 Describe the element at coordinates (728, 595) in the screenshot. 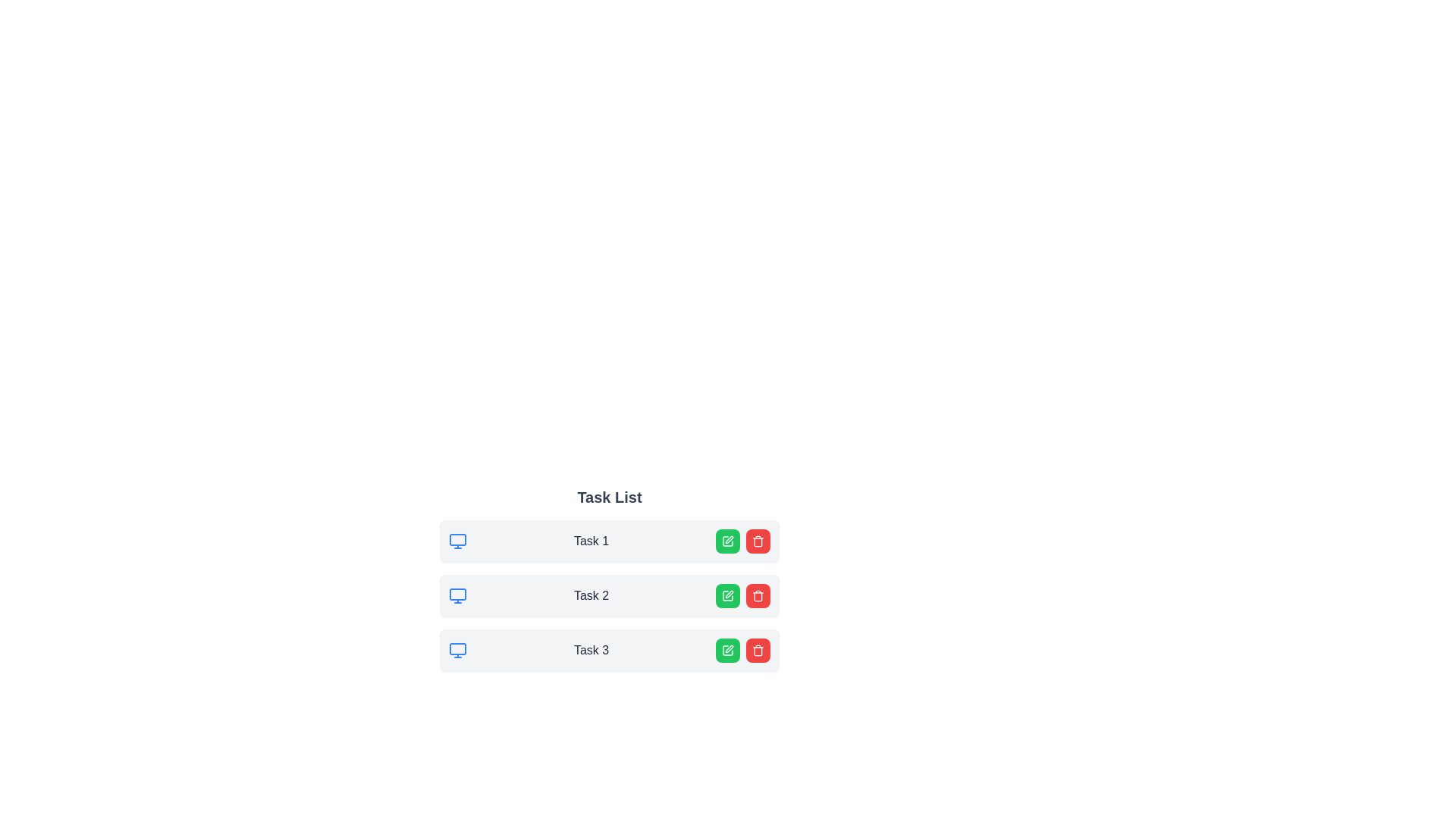

I see `the pen icon button with a green background and white border, located in the second row of the 'Task List' section, right of 'Task 2' and left of the red delete button` at that location.